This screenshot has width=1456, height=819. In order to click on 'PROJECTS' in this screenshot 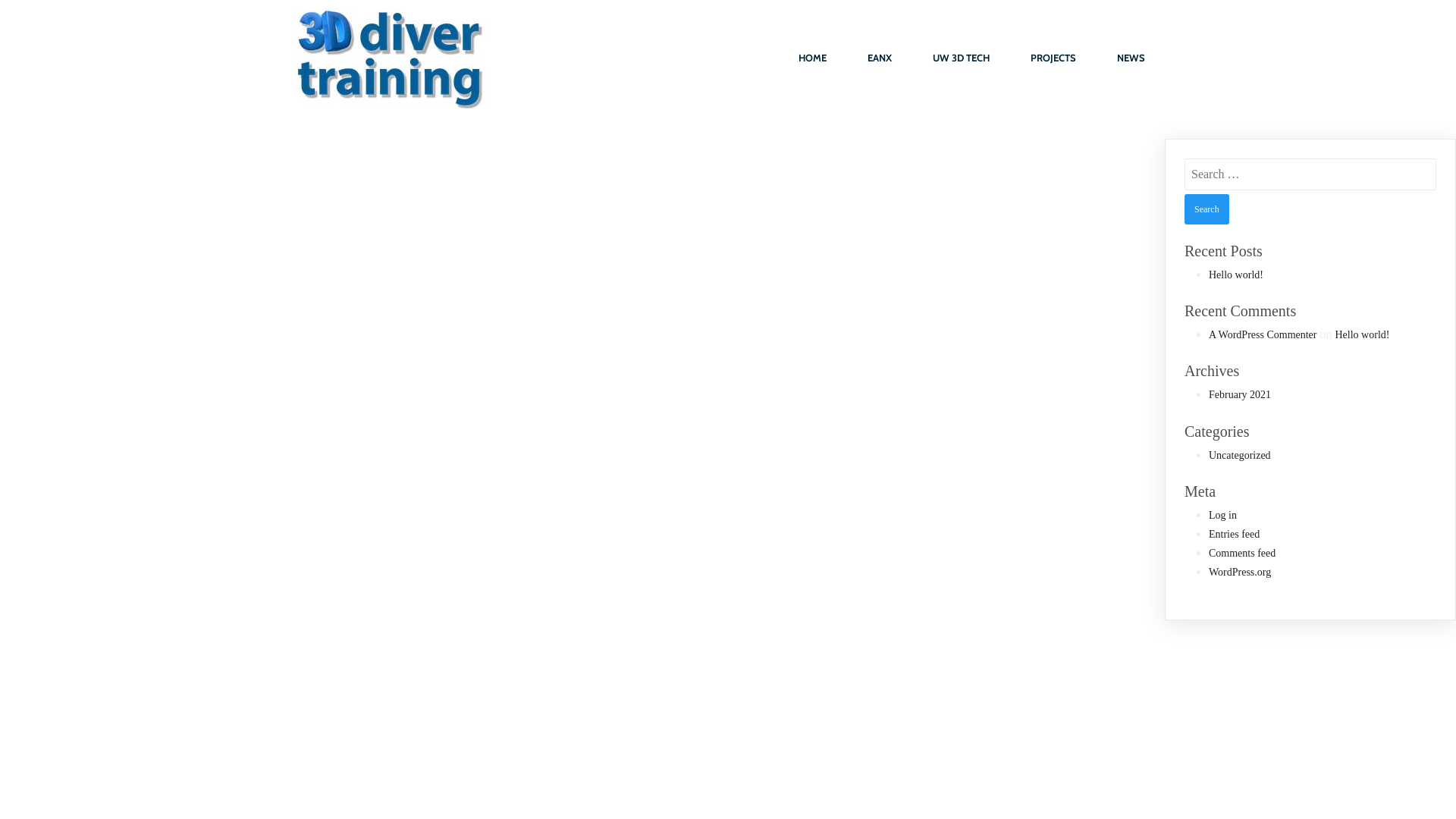, I will do `click(1052, 58)`.